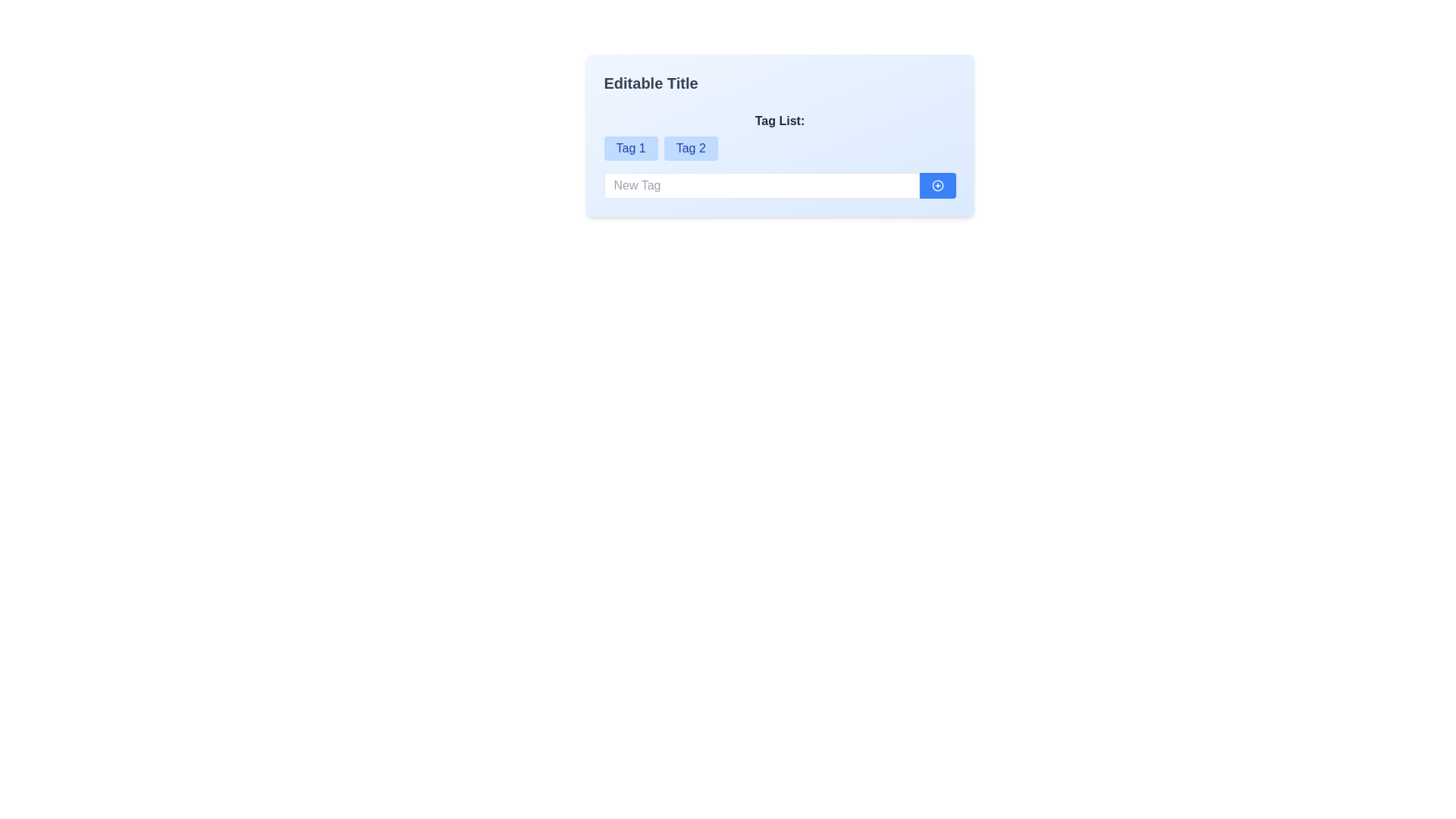  What do you see at coordinates (651, 83) in the screenshot?
I see `the editable header or title element located near the top-left of the blue box interface to potentially edit it` at bounding box center [651, 83].